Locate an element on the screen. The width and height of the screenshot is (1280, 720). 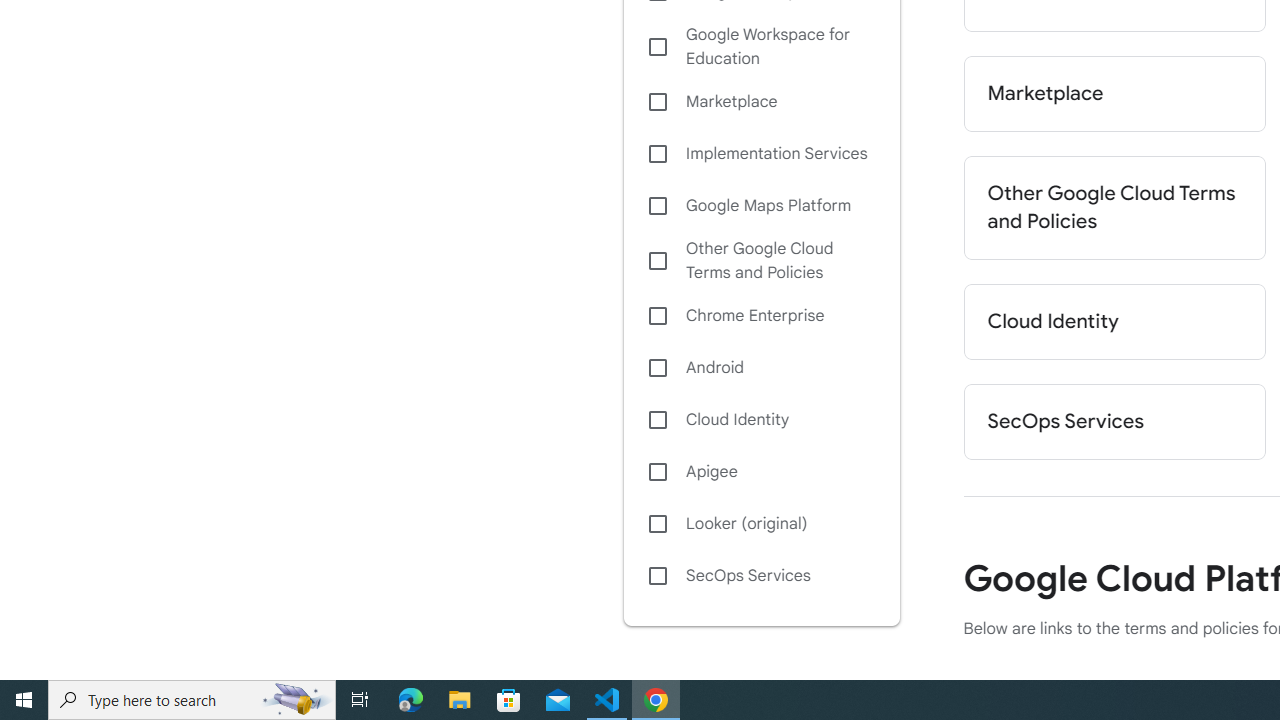
'Other Google Cloud Terms and Policies' is located at coordinates (760, 260).